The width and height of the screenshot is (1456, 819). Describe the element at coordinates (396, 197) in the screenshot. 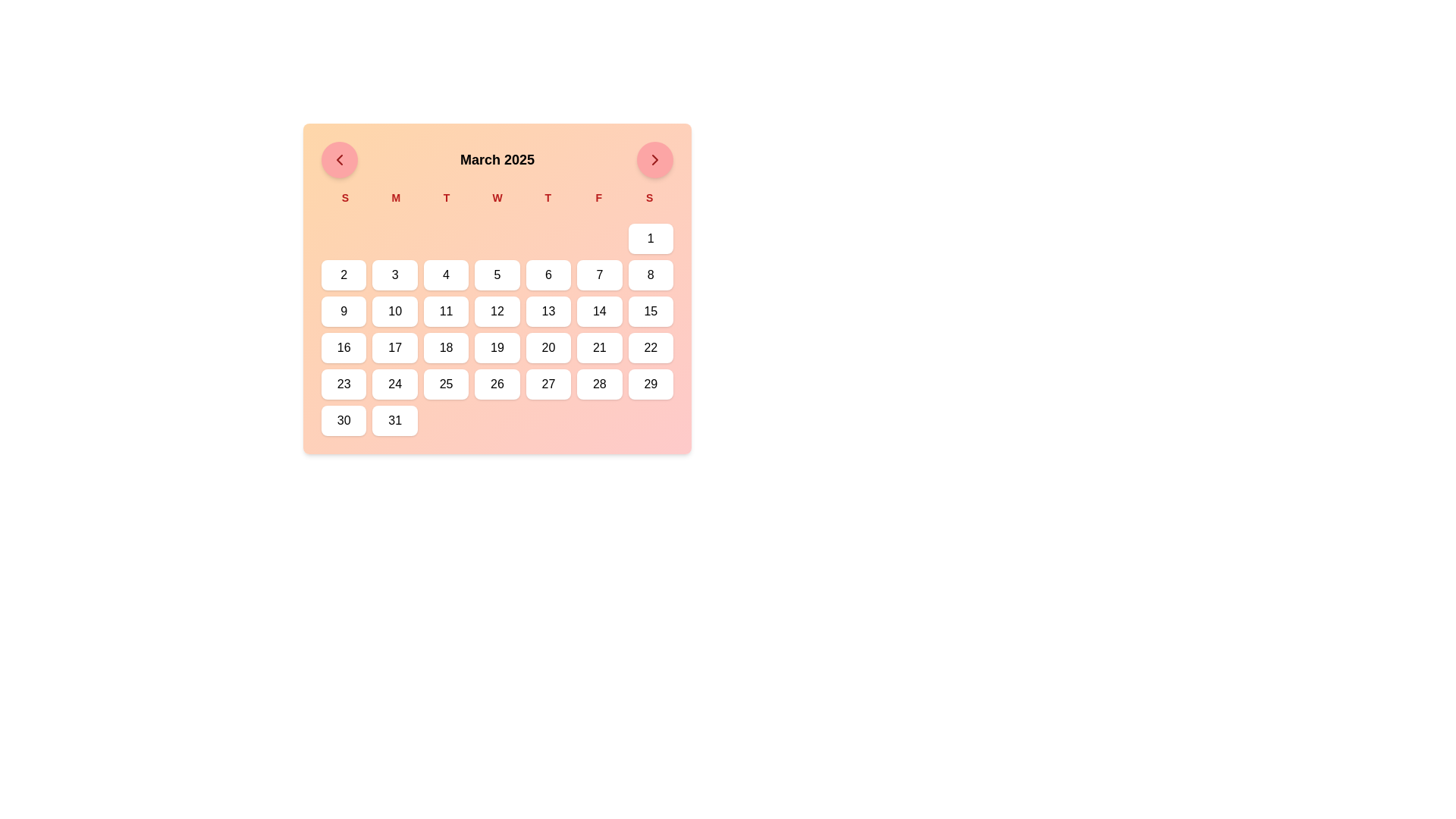

I see `the label marking 'Monday' in the calendar header` at that location.